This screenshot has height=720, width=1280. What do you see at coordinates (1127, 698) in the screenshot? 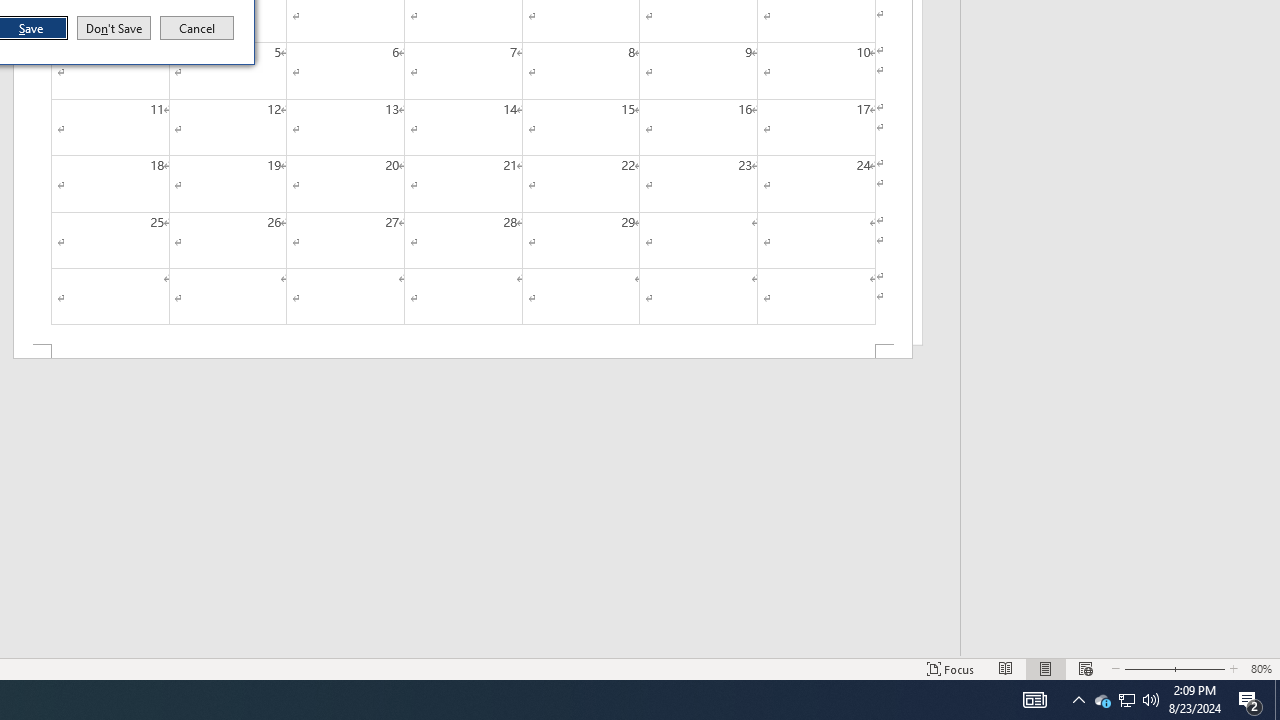
I see `'Q2790: 100%'` at bounding box center [1127, 698].